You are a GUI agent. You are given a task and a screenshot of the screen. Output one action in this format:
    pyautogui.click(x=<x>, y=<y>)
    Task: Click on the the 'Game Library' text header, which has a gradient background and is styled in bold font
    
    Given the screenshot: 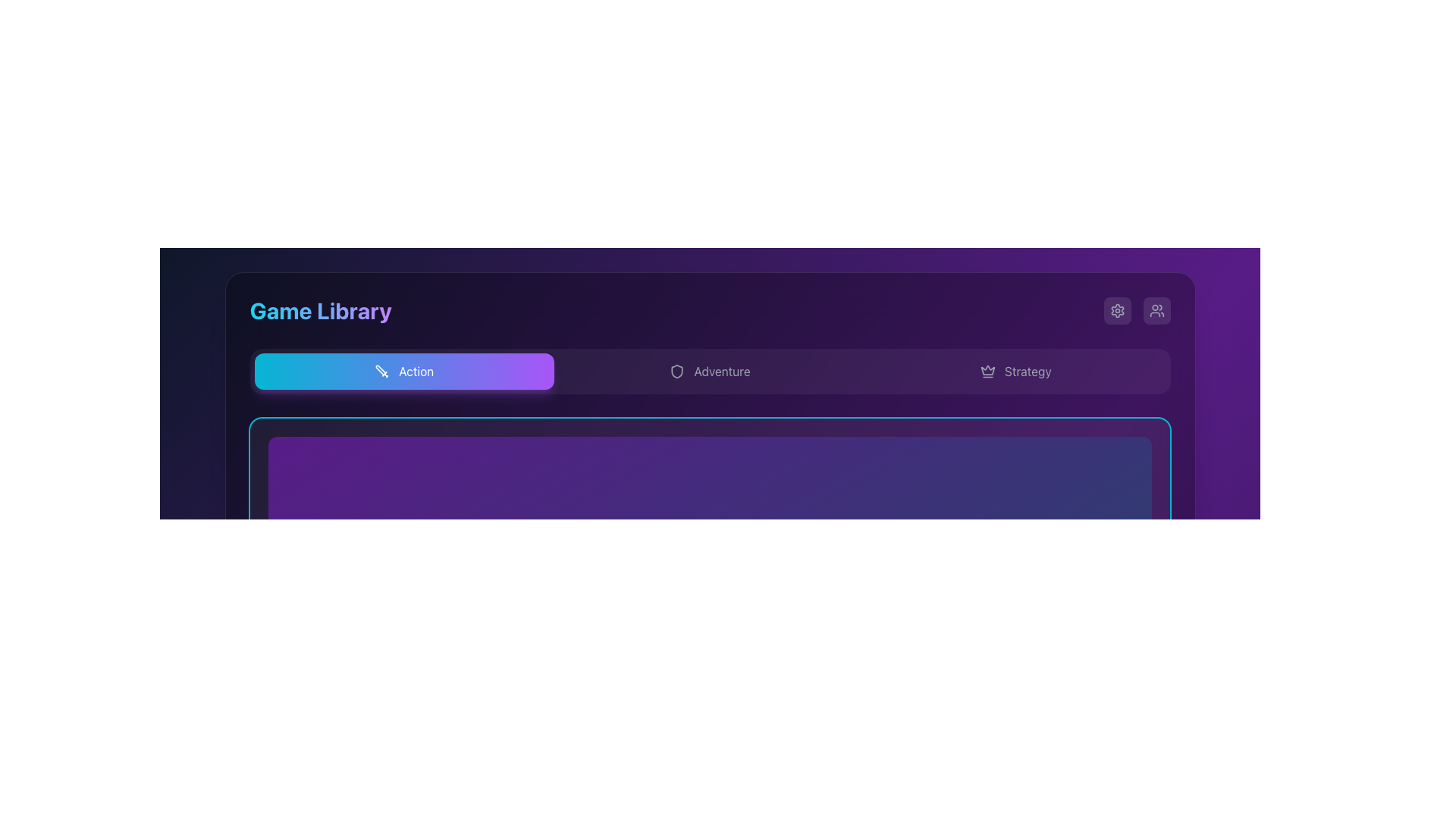 What is the action you would take?
    pyautogui.click(x=319, y=309)
    